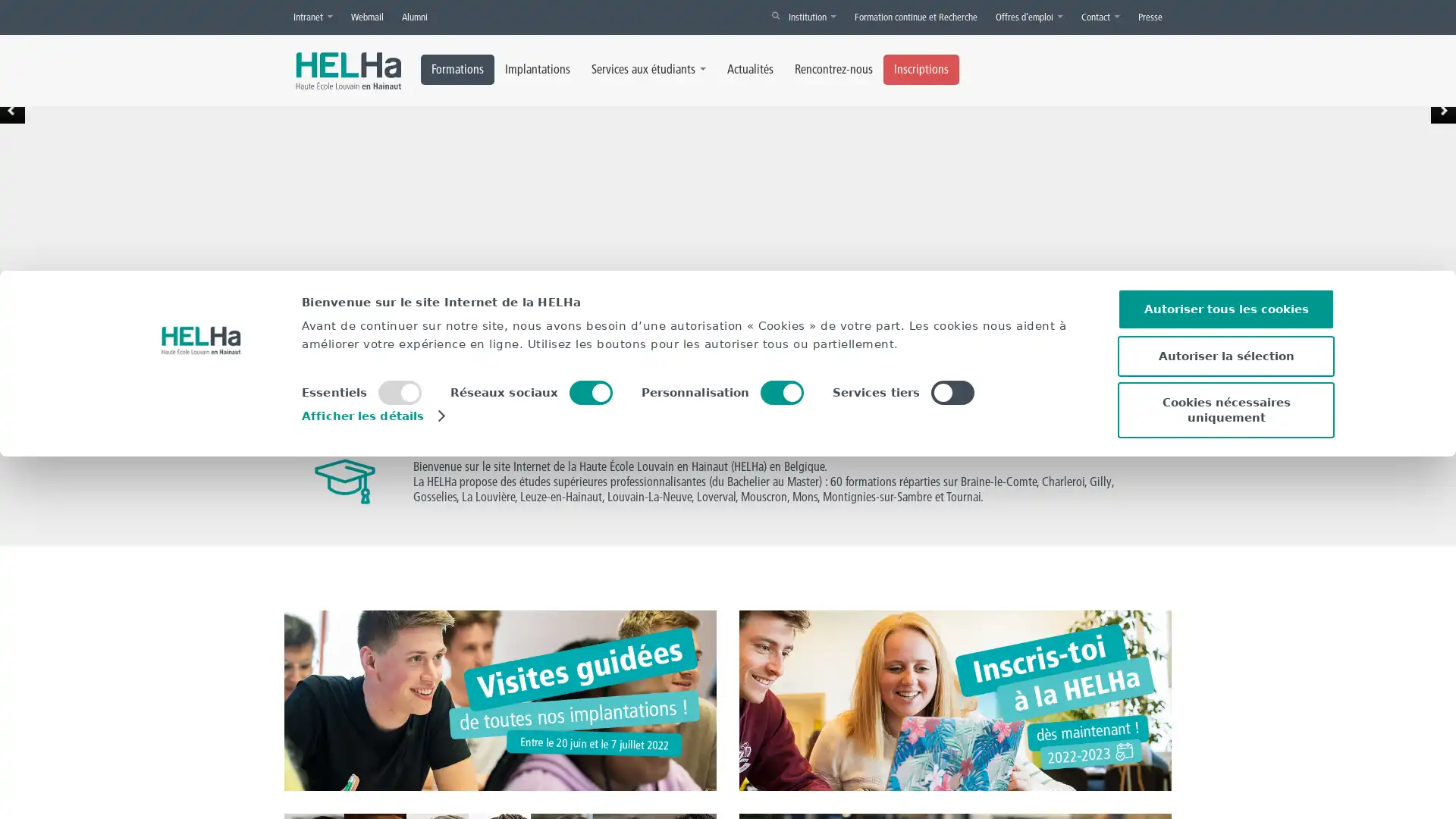 This screenshot has width=1456, height=819. I want to click on Autoriser la selection, so click(1226, 717).